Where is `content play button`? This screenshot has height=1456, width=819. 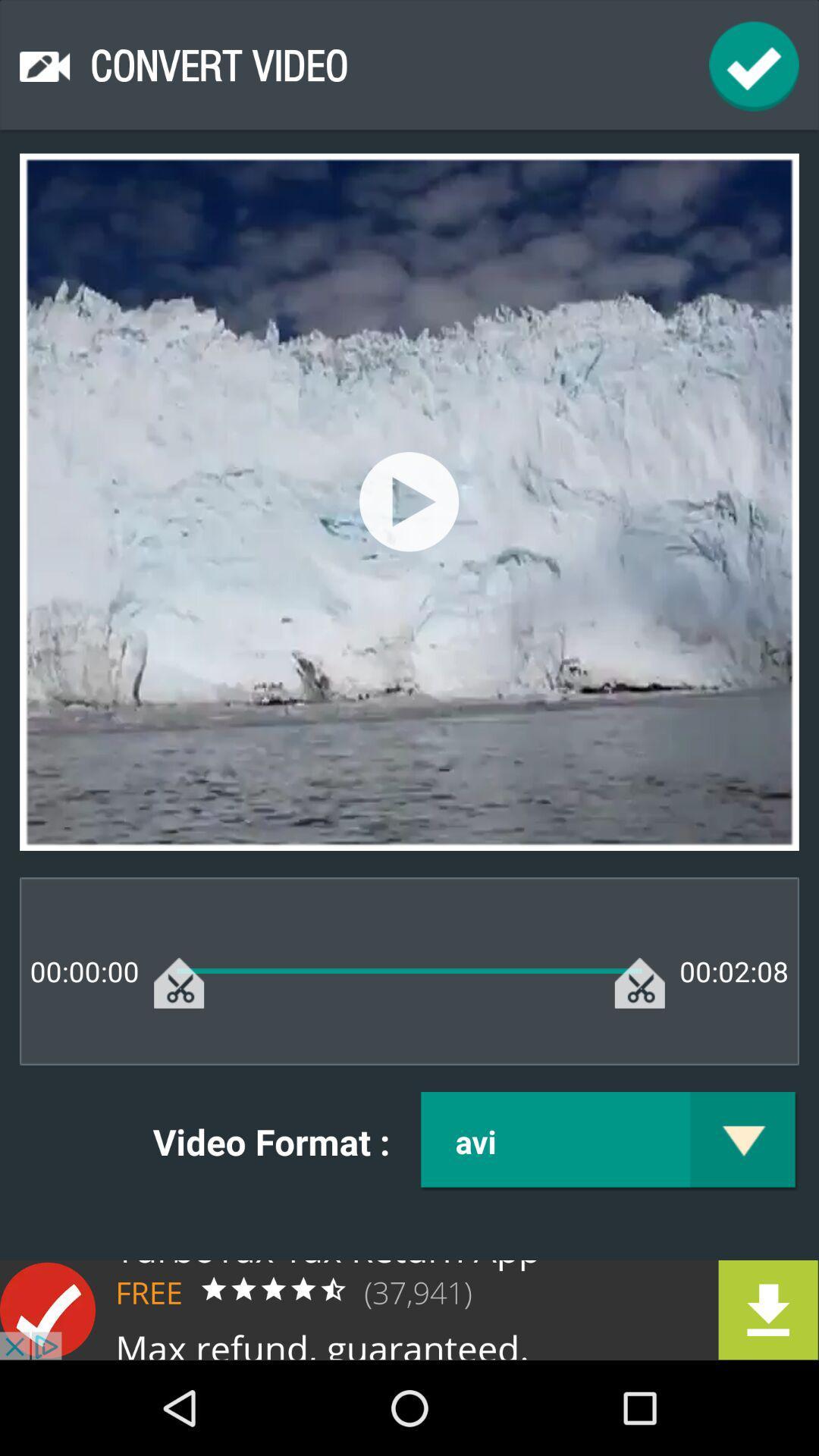
content play button is located at coordinates (408, 501).